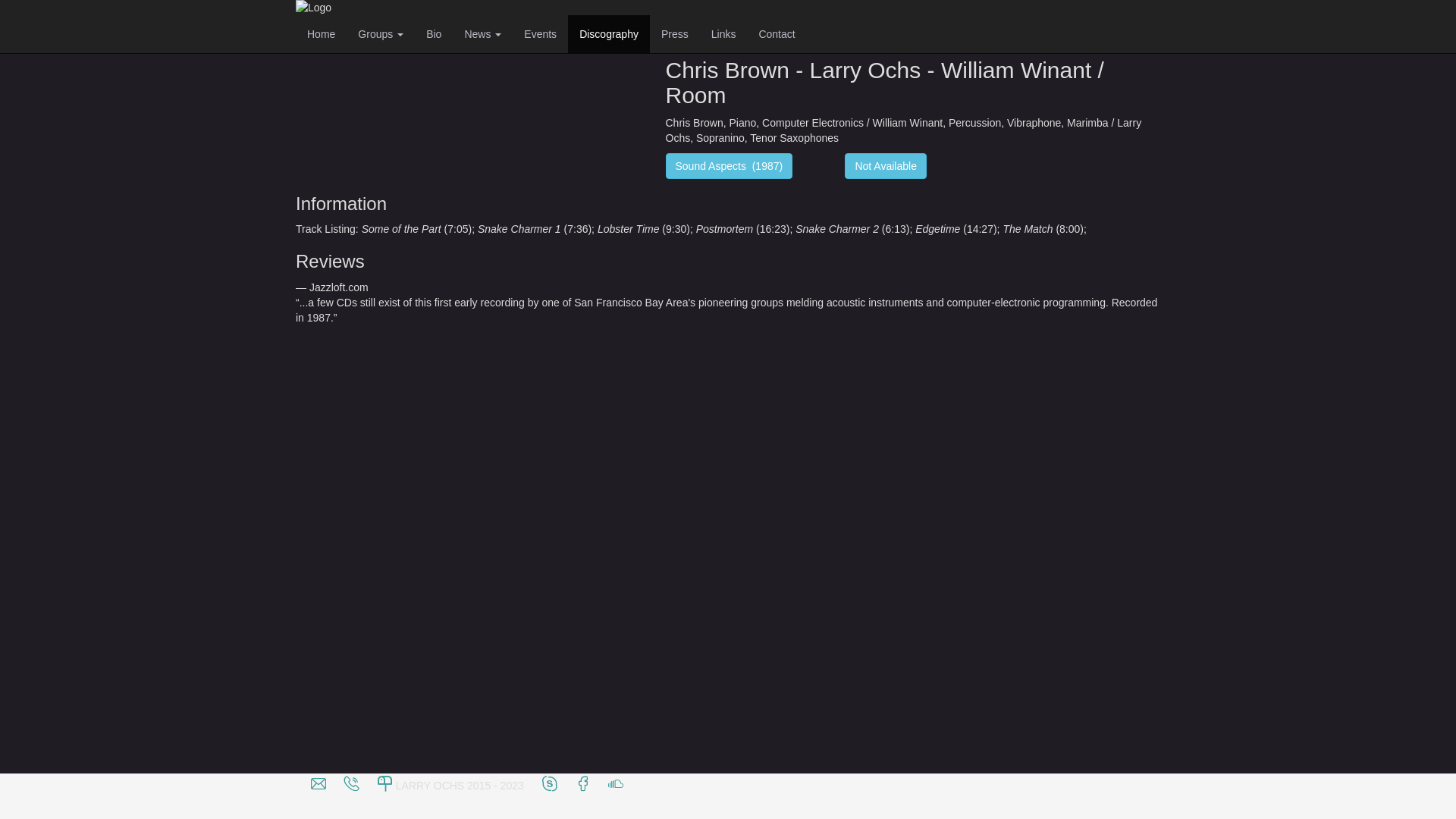 The image size is (1456, 819). I want to click on 'Press', so click(673, 34).